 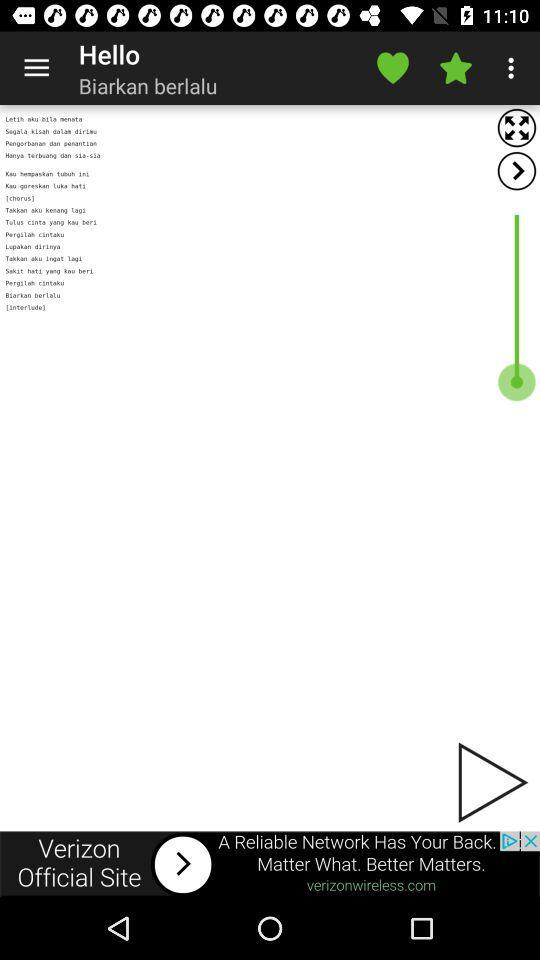 What do you see at coordinates (270, 863) in the screenshot?
I see `another site` at bounding box center [270, 863].